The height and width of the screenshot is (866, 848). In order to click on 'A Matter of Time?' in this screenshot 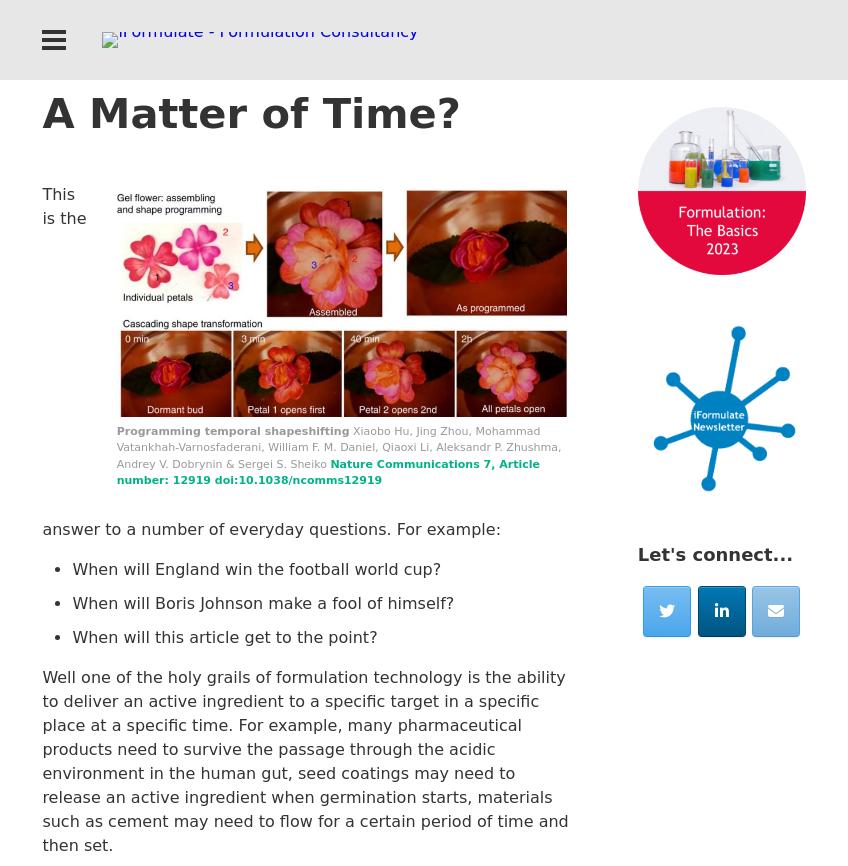, I will do `click(250, 113)`.